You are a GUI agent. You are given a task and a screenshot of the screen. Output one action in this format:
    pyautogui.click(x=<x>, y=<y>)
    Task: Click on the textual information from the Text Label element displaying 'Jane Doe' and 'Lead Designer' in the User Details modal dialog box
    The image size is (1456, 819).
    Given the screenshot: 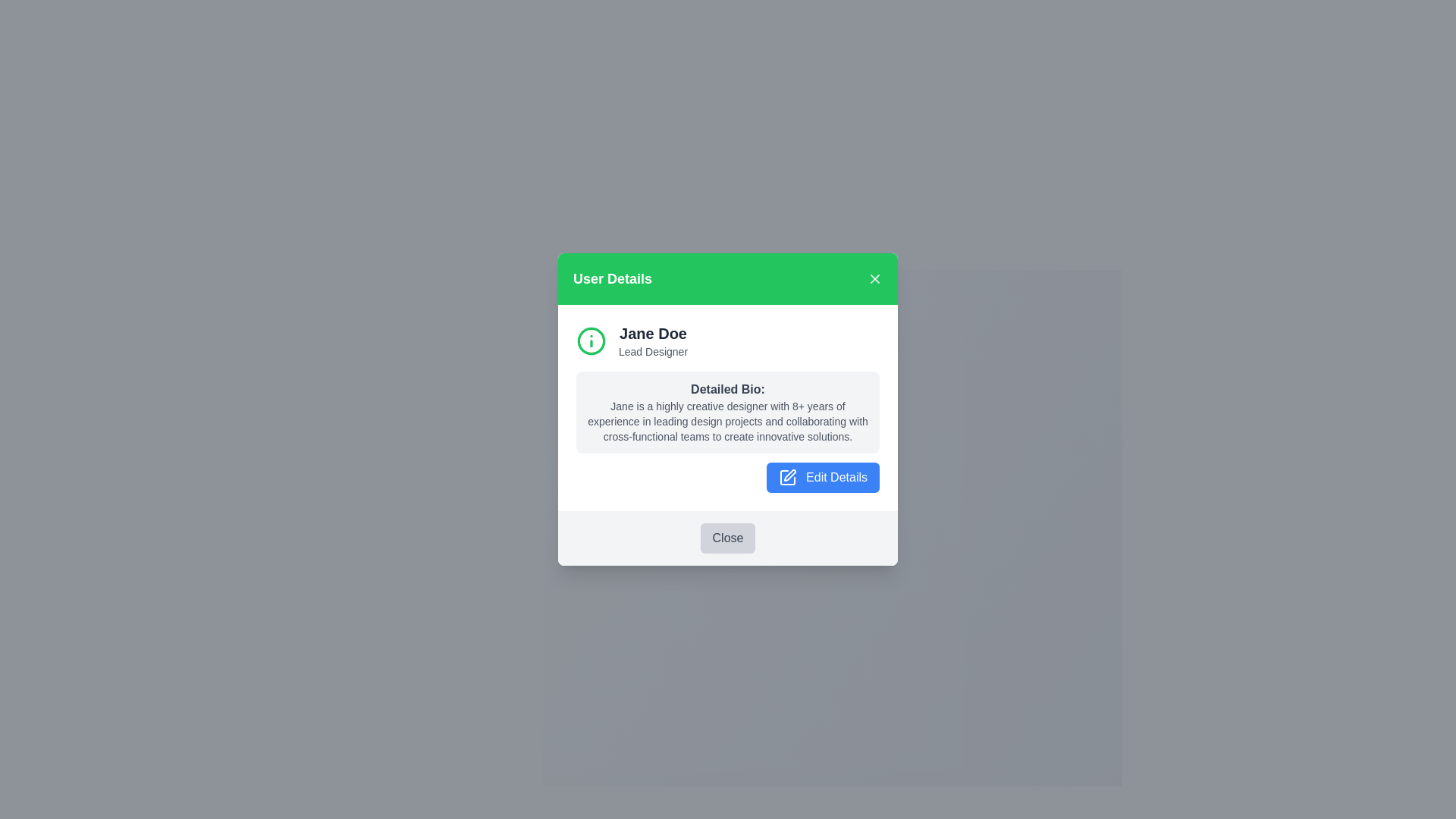 What is the action you would take?
    pyautogui.click(x=653, y=340)
    